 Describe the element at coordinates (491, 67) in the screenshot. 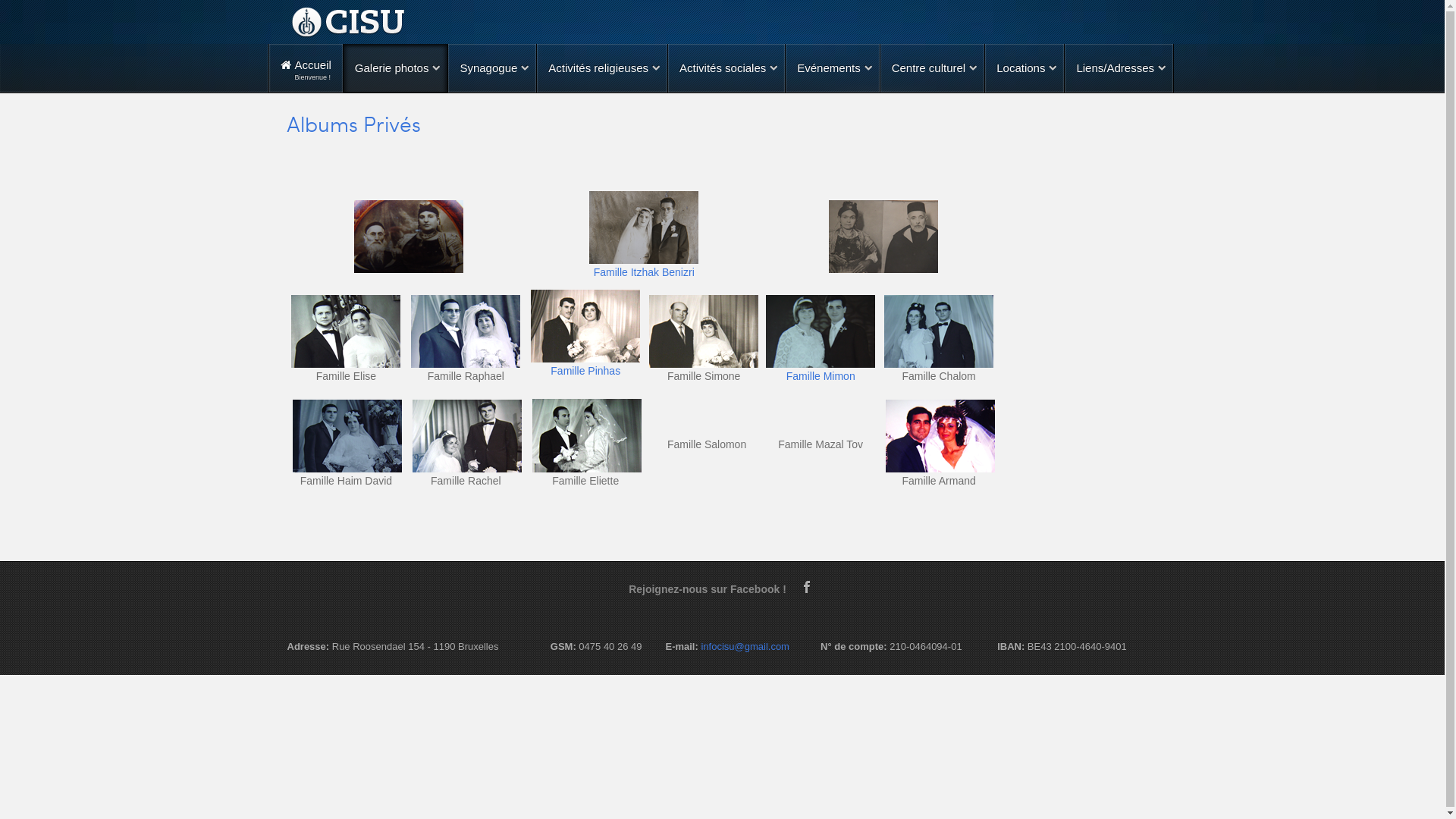

I see `'Synagogue'` at that location.